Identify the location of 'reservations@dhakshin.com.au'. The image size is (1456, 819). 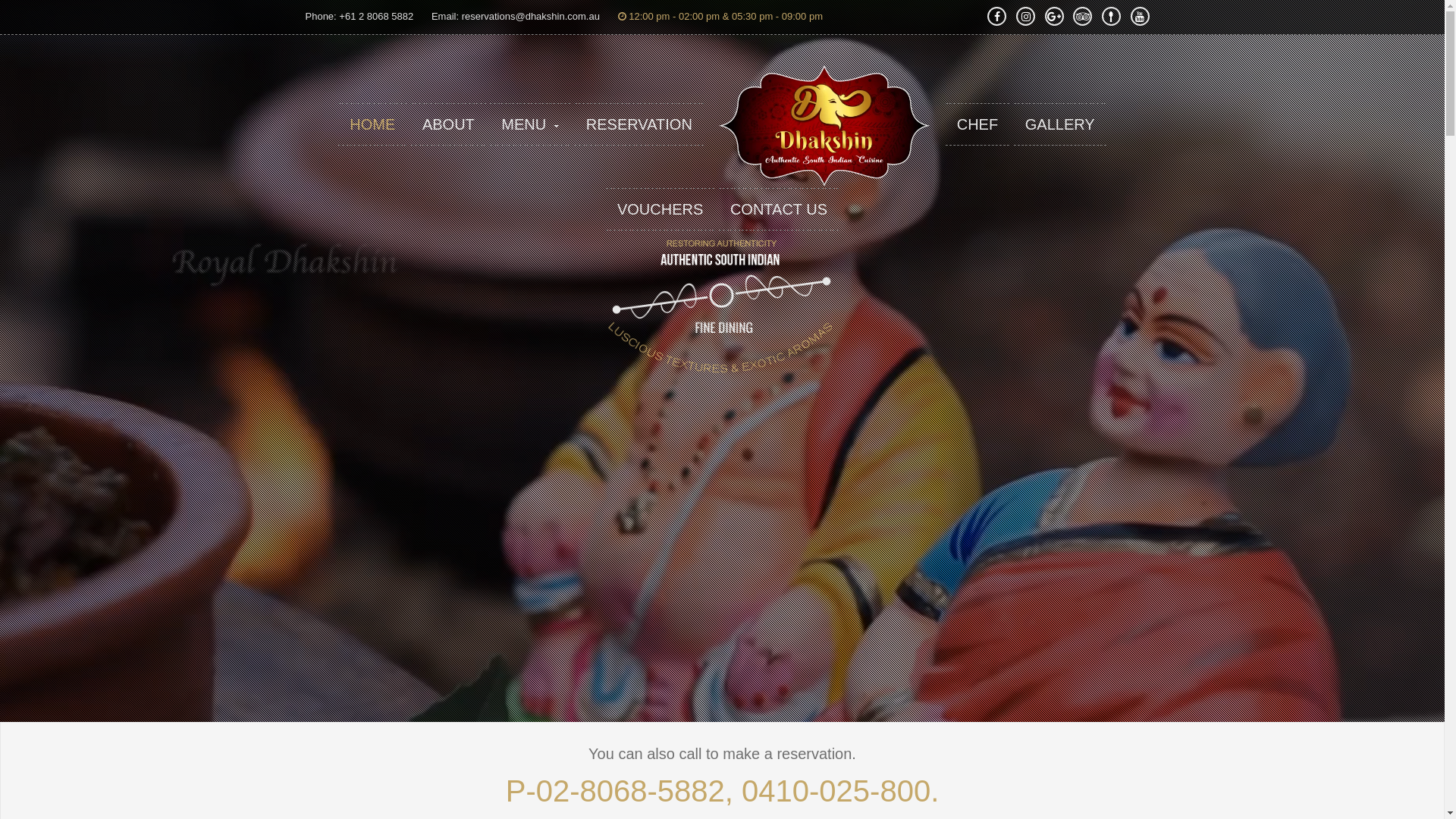
(531, 16).